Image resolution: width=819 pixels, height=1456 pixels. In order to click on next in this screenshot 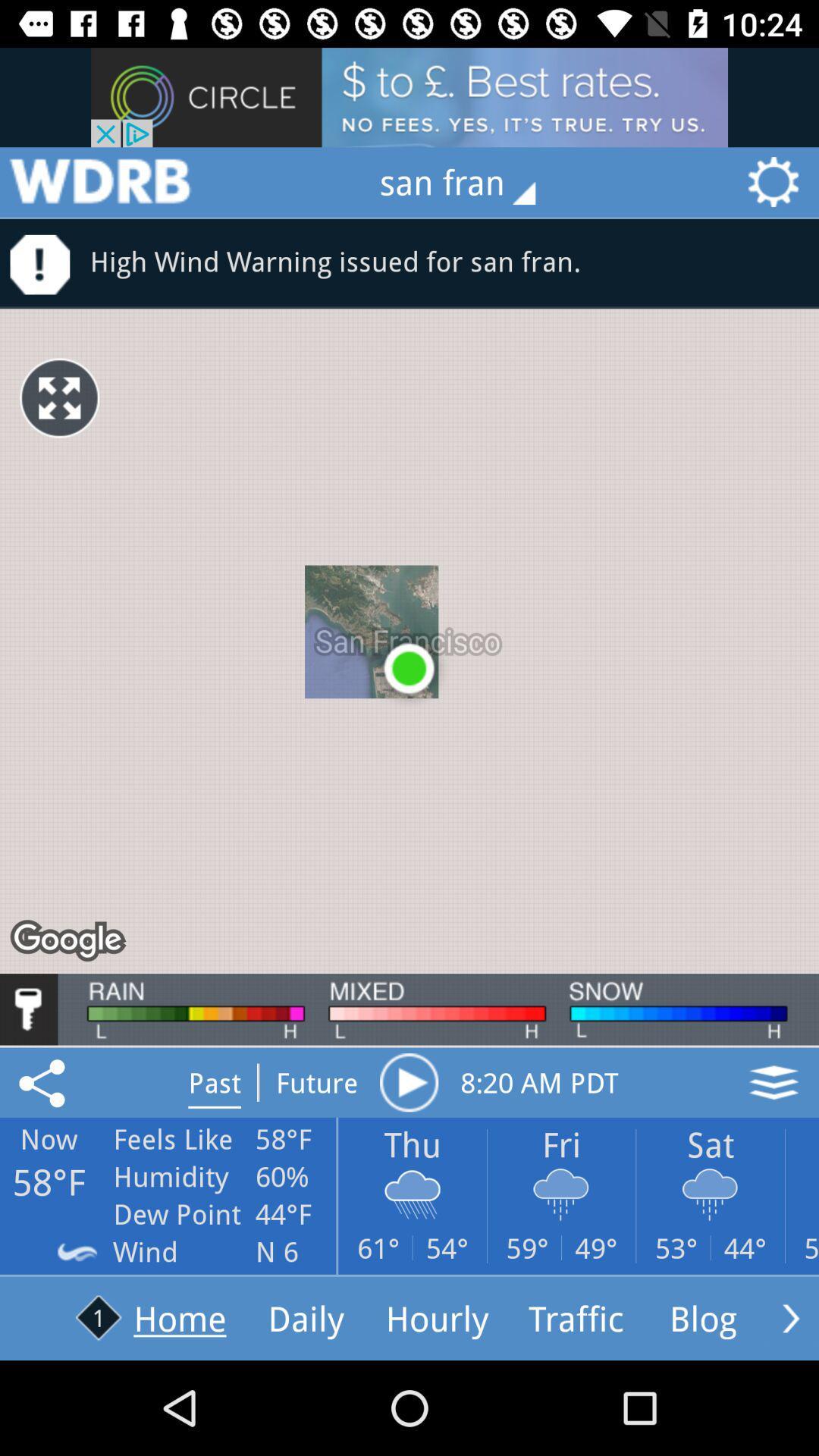, I will do `click(790, 1317)`.